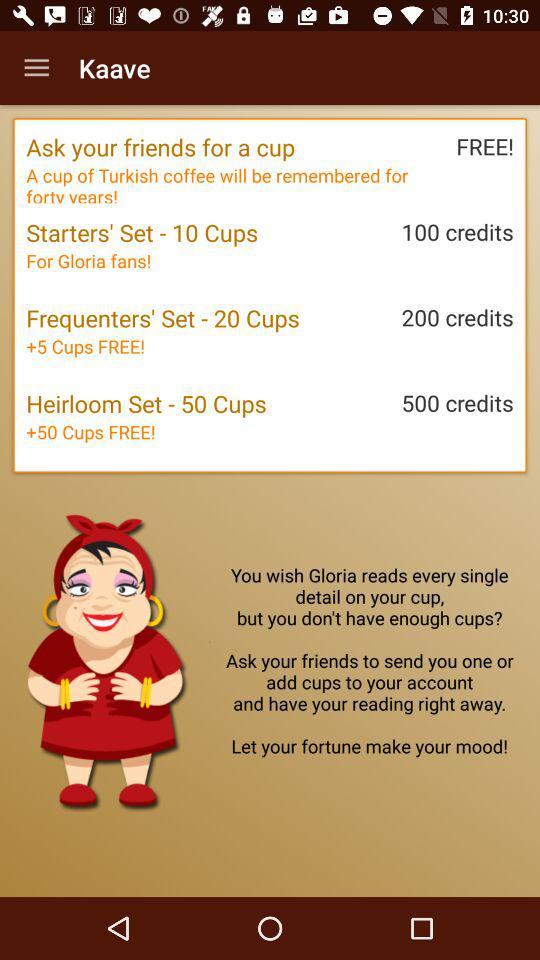 This screenshot has height=960, width=540. Describe the element at coordinates (36, 68) in the screenshot. I see `icon above the ask your friends` at that location.